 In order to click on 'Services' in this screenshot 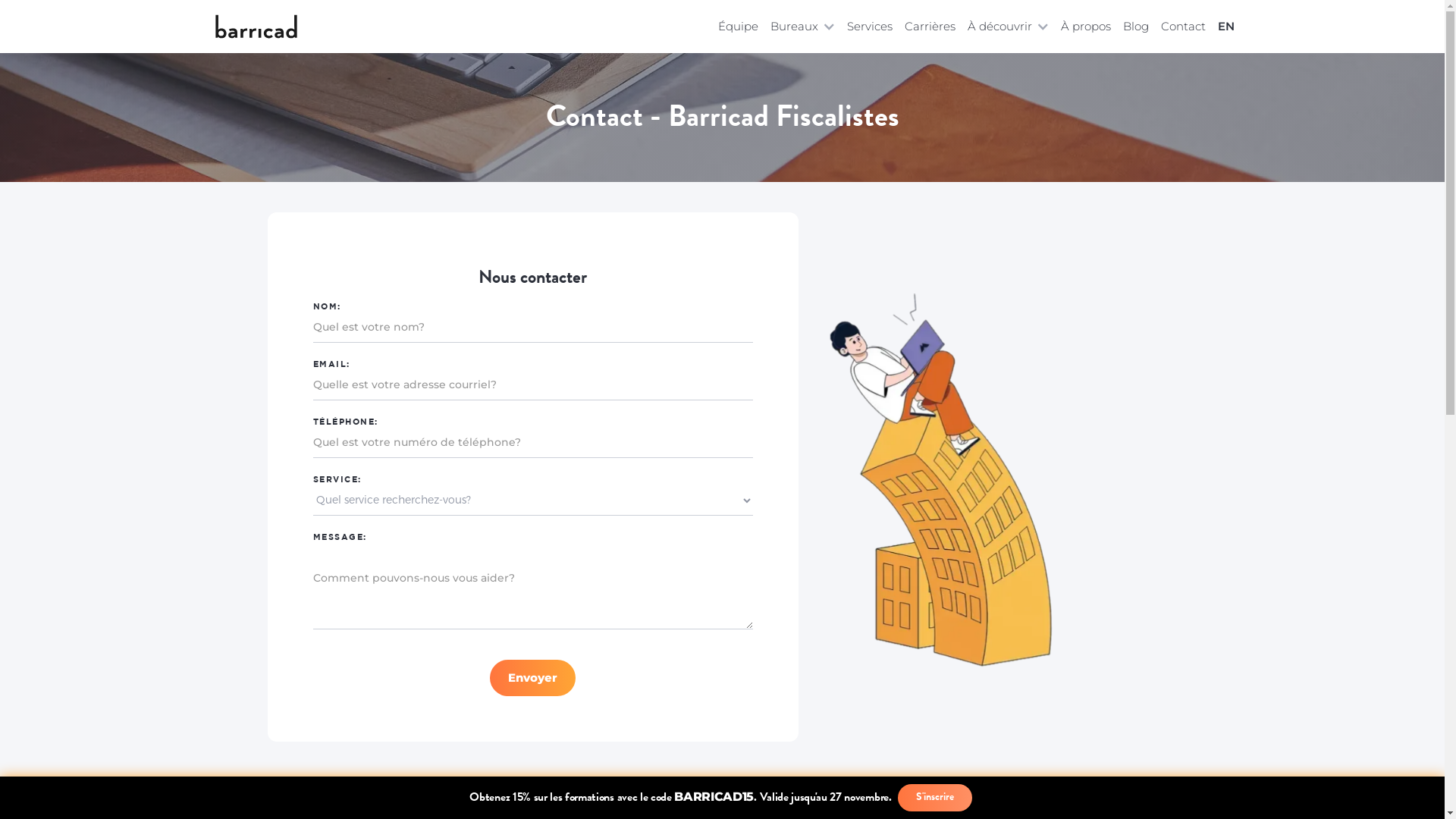, I will do `click(869, 26)`.